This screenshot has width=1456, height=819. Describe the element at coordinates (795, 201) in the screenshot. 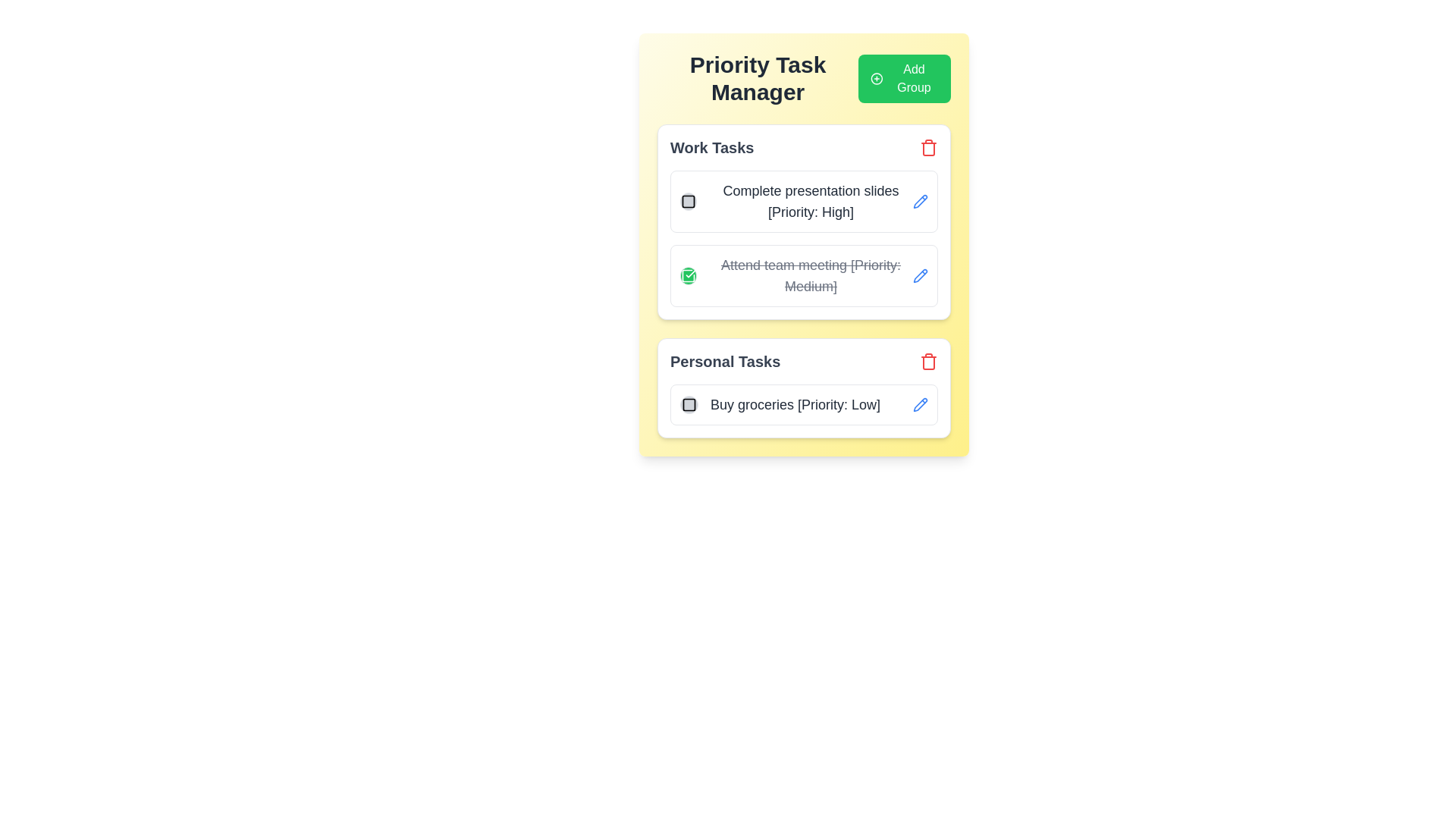

I see `the text label 'Complete presentation slides' with priority indicator '[Priority: High]' located in the 'Work Tasks' section underneath the 'Priority Task Manager' heading` at that location.